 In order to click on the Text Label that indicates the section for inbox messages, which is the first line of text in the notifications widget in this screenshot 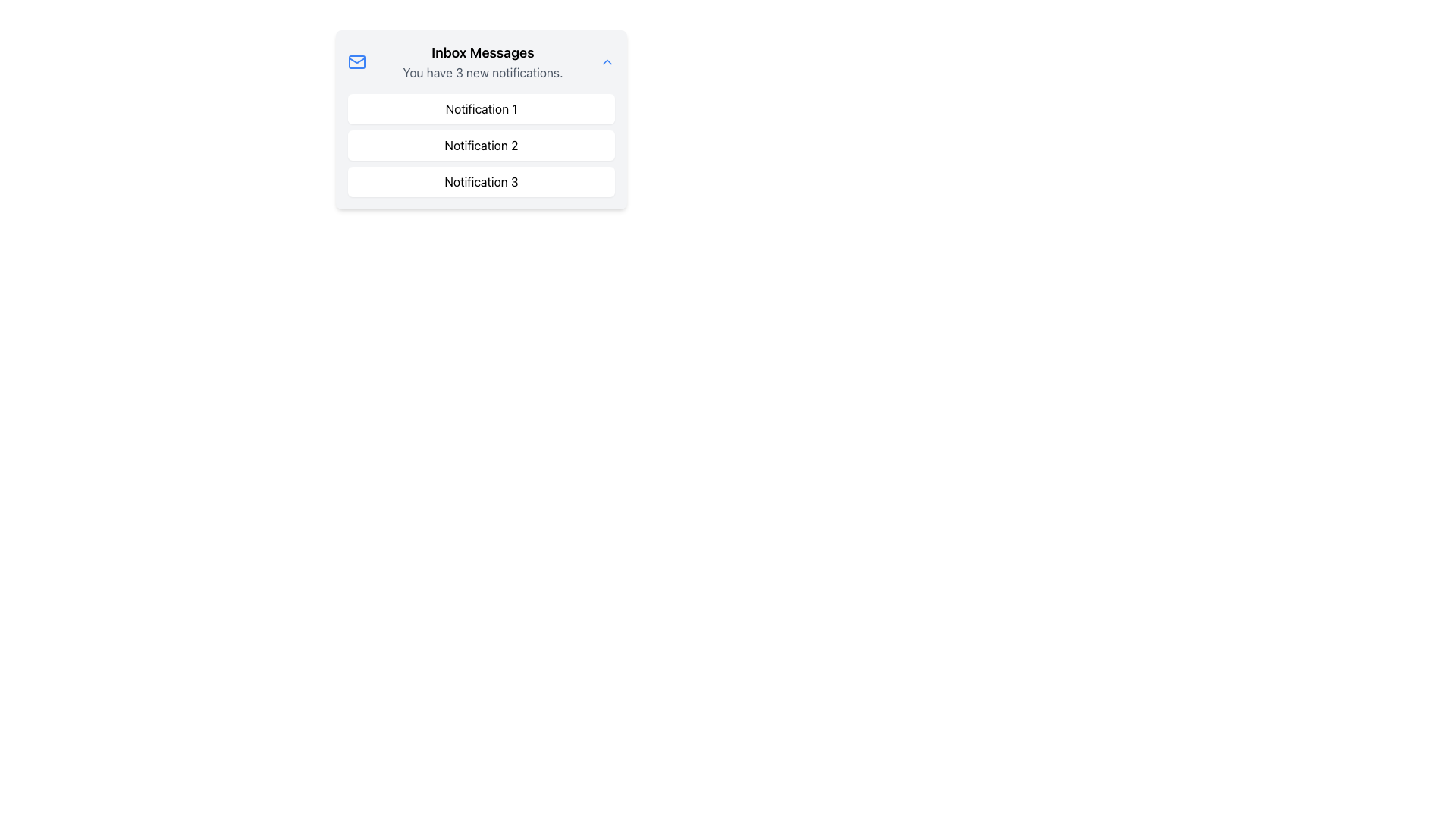, I will do `click(482, 52)`.